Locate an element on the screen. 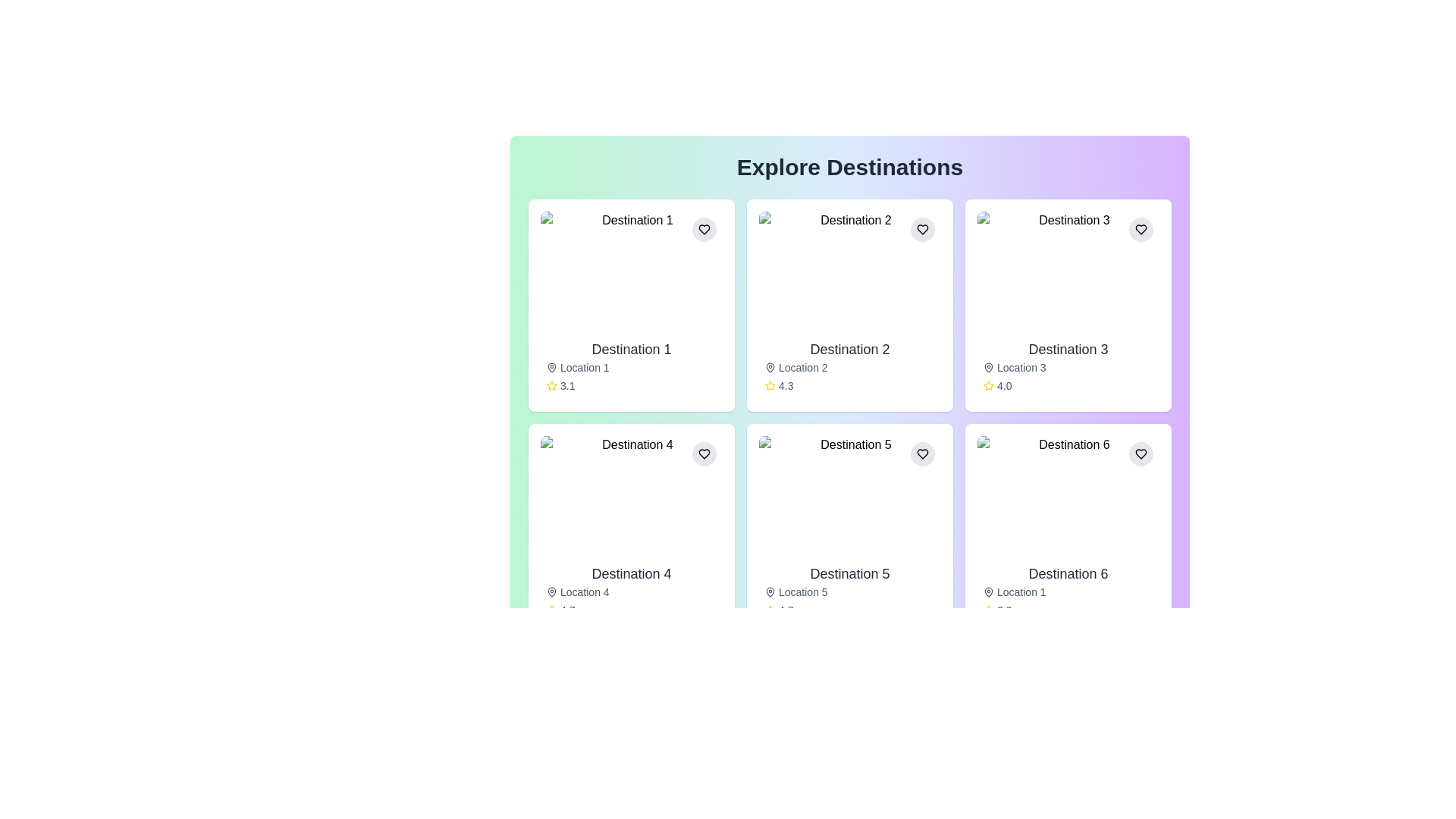 Image resolution: width=1456 pixels, height=819 pixels. the circular button with a light gray background and a black heart icon in the top-right corner of the 'Destination 2' card to mark it as favorite is located at coordinates (922, 230).